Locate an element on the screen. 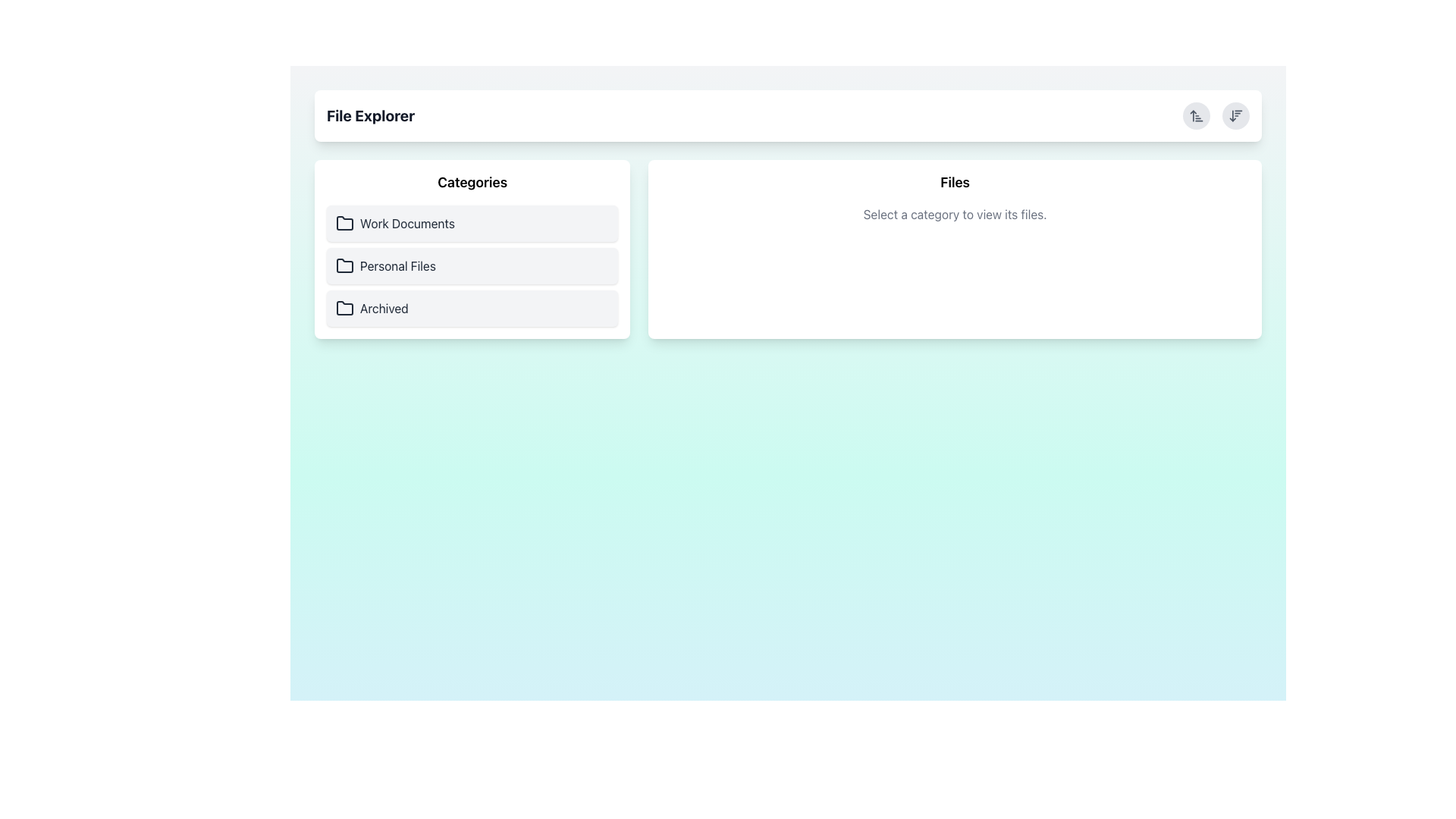 The width and height of the screenshot is (1456, 819). the 'Personal Files' menu option in the 'Categories' panel is located at coordinates (472, 248).